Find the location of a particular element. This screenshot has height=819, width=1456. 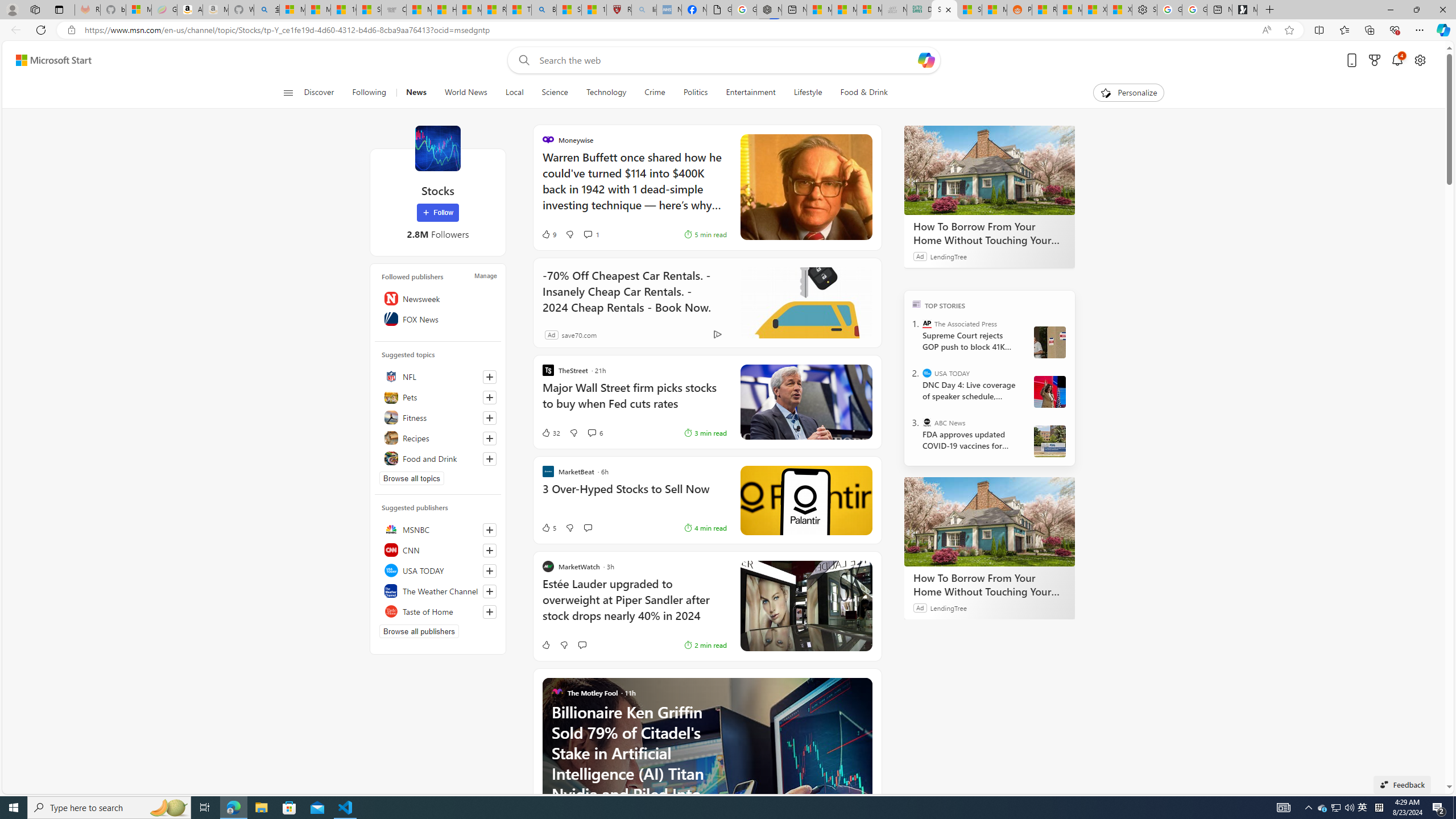

'Pets' is located at coordinates (438, 396).